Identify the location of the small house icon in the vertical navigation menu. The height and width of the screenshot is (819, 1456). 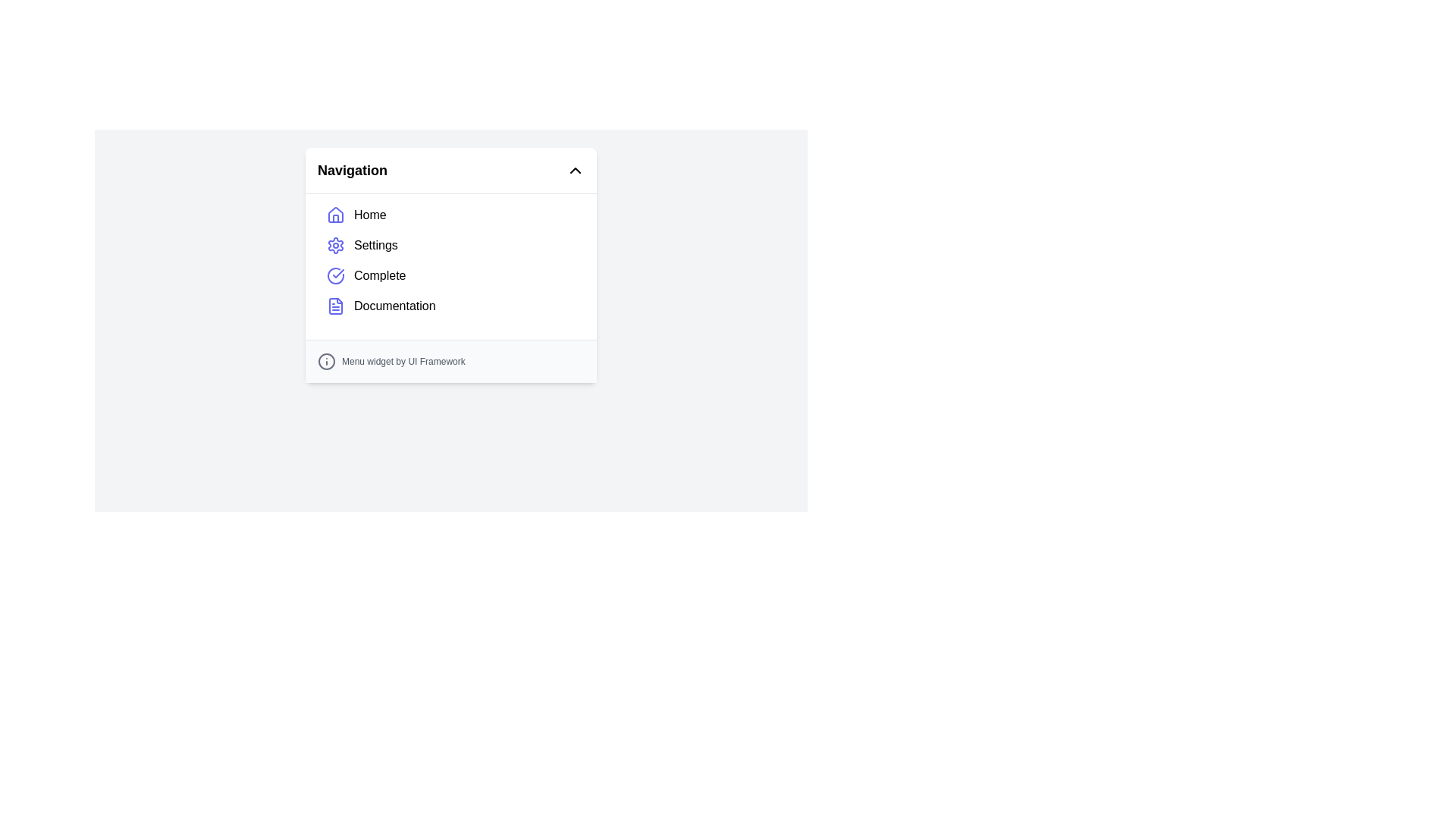
(334, 218).